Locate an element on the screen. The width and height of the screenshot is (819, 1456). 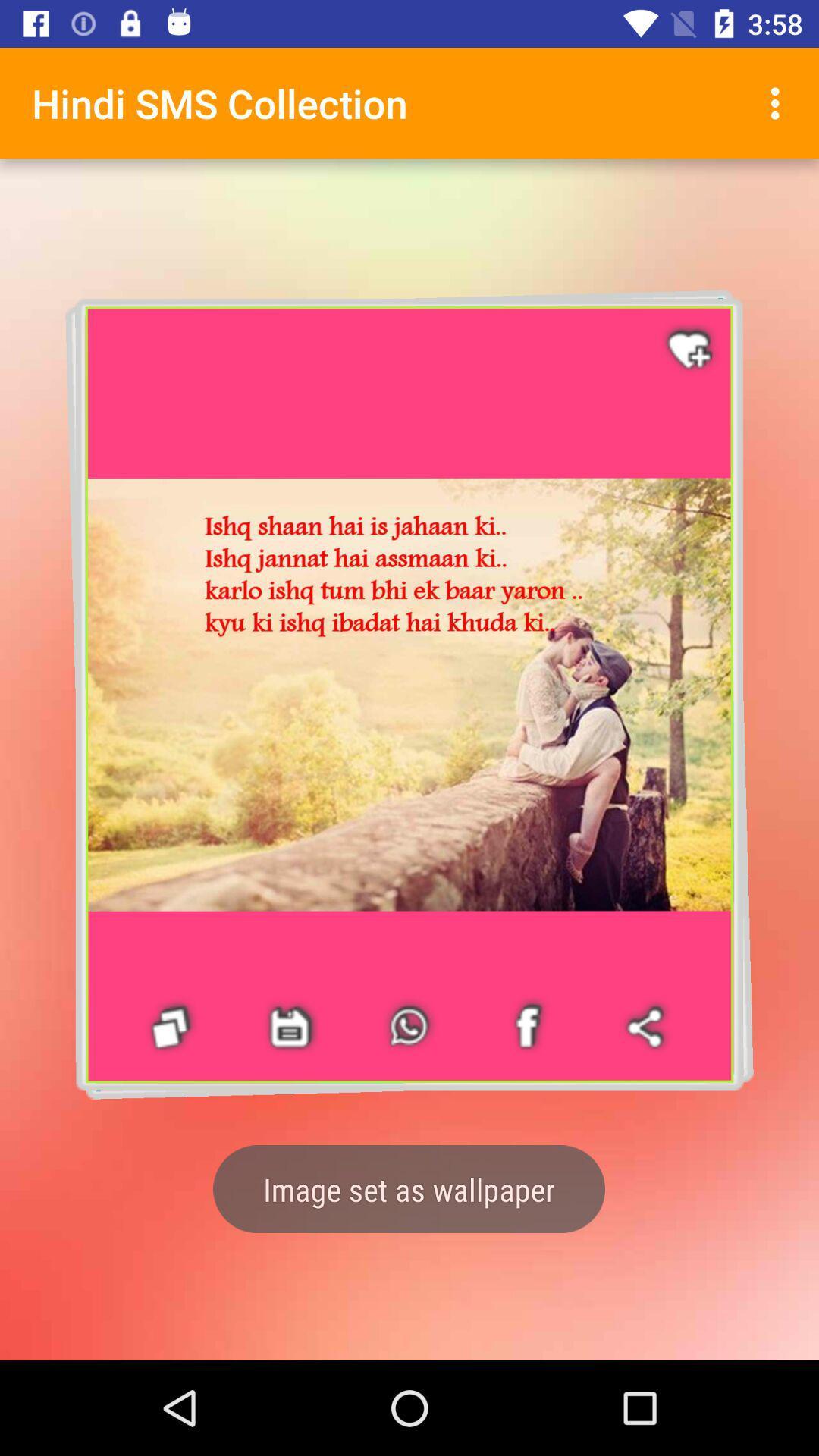
the favorite icon is located at coordinates (689, 348).